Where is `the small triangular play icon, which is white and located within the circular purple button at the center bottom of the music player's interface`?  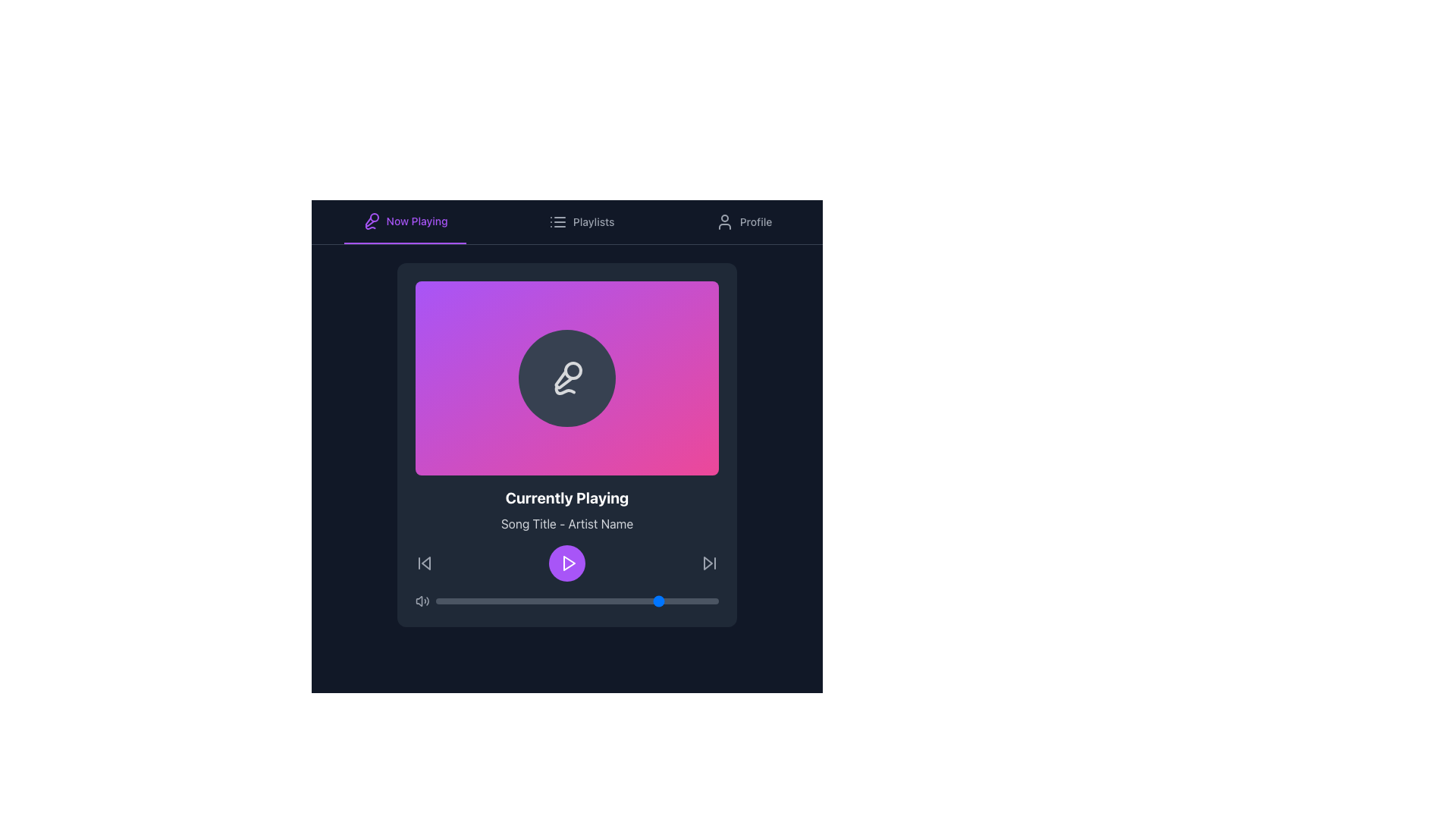
the small triangular play icon, which is white and located within the circular purple button at the center bottom of the music player's interface is located at coordinates (568, 563).